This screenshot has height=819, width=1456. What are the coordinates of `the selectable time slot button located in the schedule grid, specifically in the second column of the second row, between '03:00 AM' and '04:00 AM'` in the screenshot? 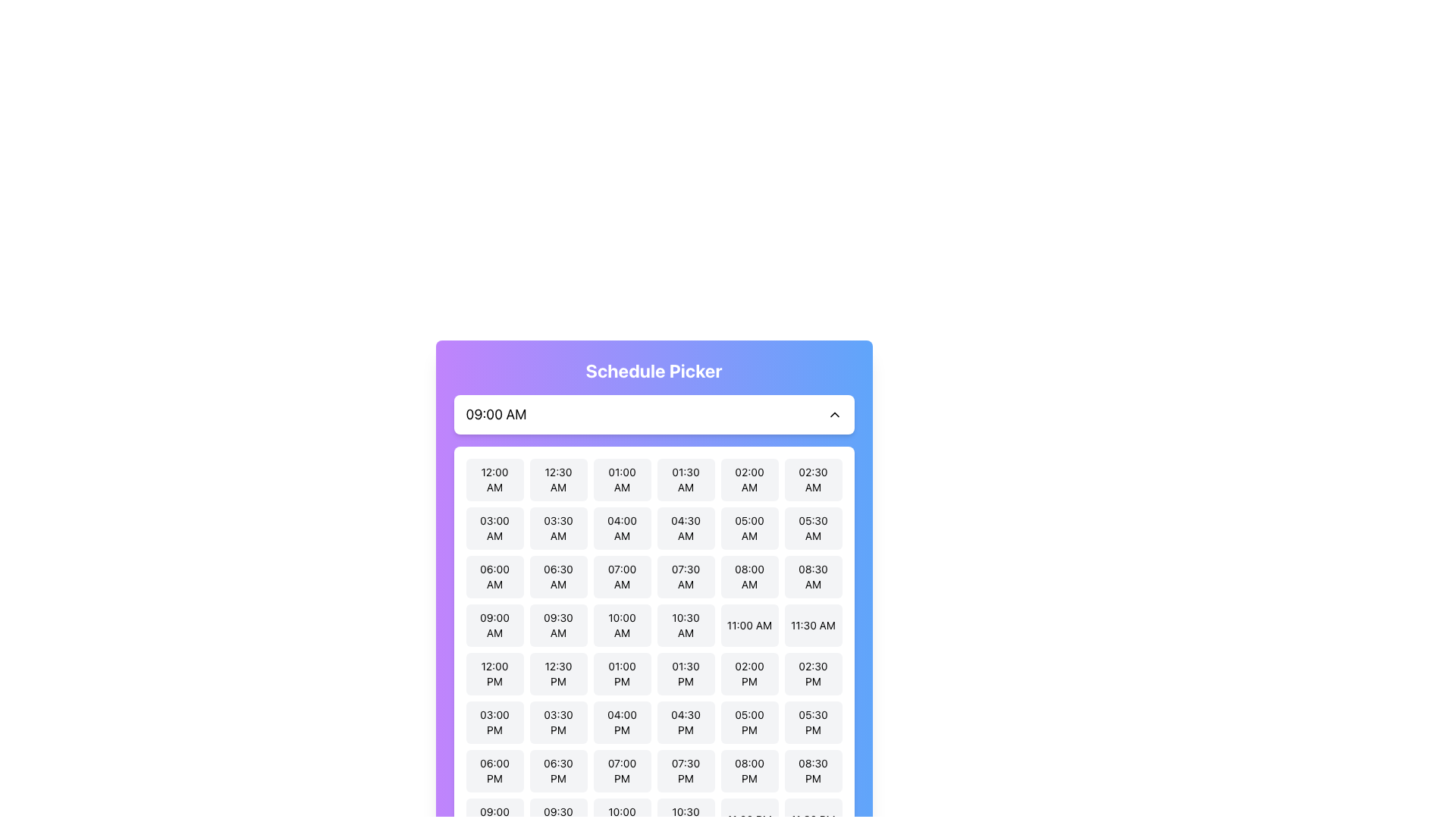 It's located at (557, 528).